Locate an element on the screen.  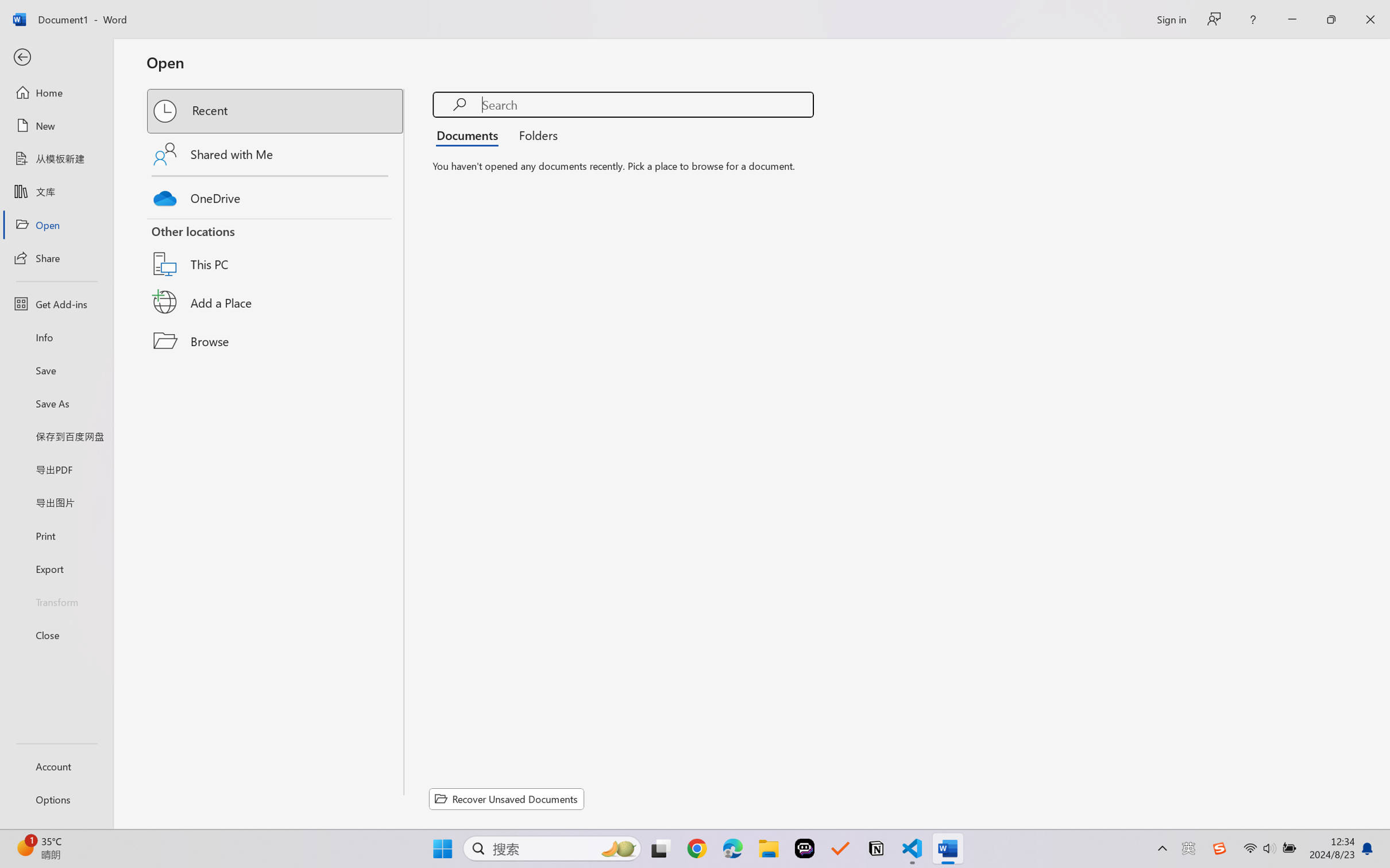
'Options' is located at coordinates (56, 799).